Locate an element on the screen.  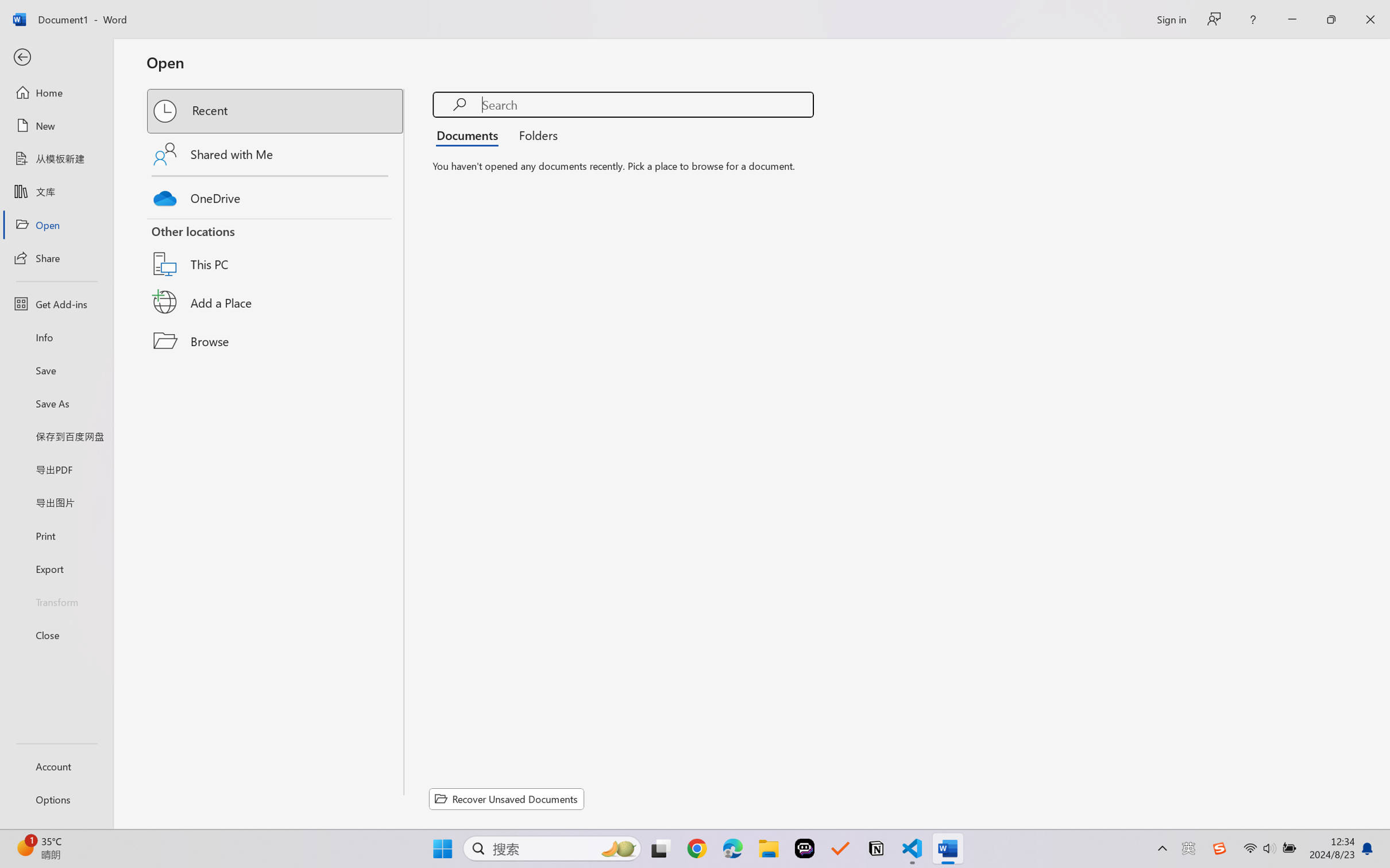
'Options' is located at coordinates (56, 799).